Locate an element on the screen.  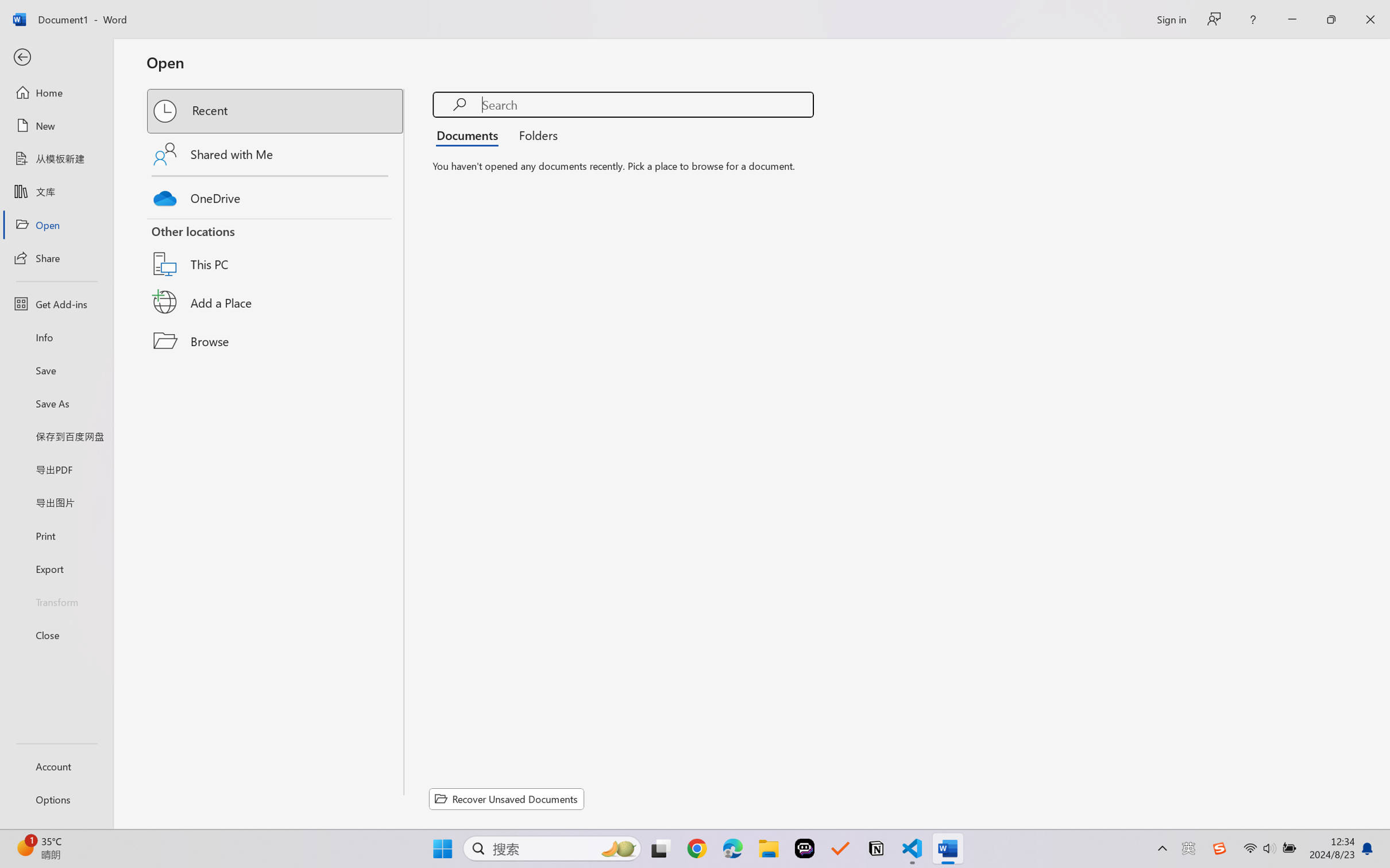
'Options' is located at coordinates (56, 799).